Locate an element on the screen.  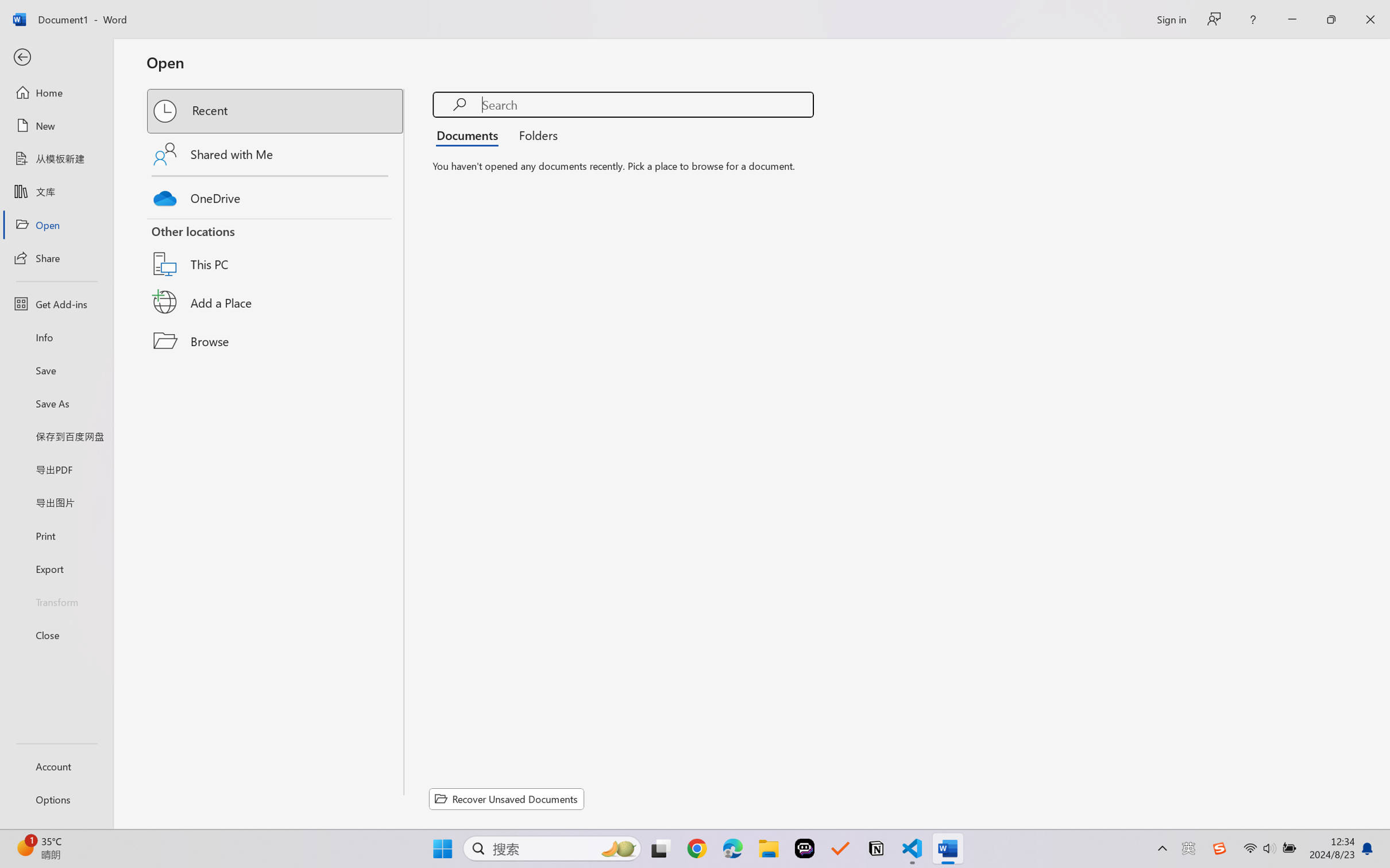
'Options' is located at coordinates (56, 799).